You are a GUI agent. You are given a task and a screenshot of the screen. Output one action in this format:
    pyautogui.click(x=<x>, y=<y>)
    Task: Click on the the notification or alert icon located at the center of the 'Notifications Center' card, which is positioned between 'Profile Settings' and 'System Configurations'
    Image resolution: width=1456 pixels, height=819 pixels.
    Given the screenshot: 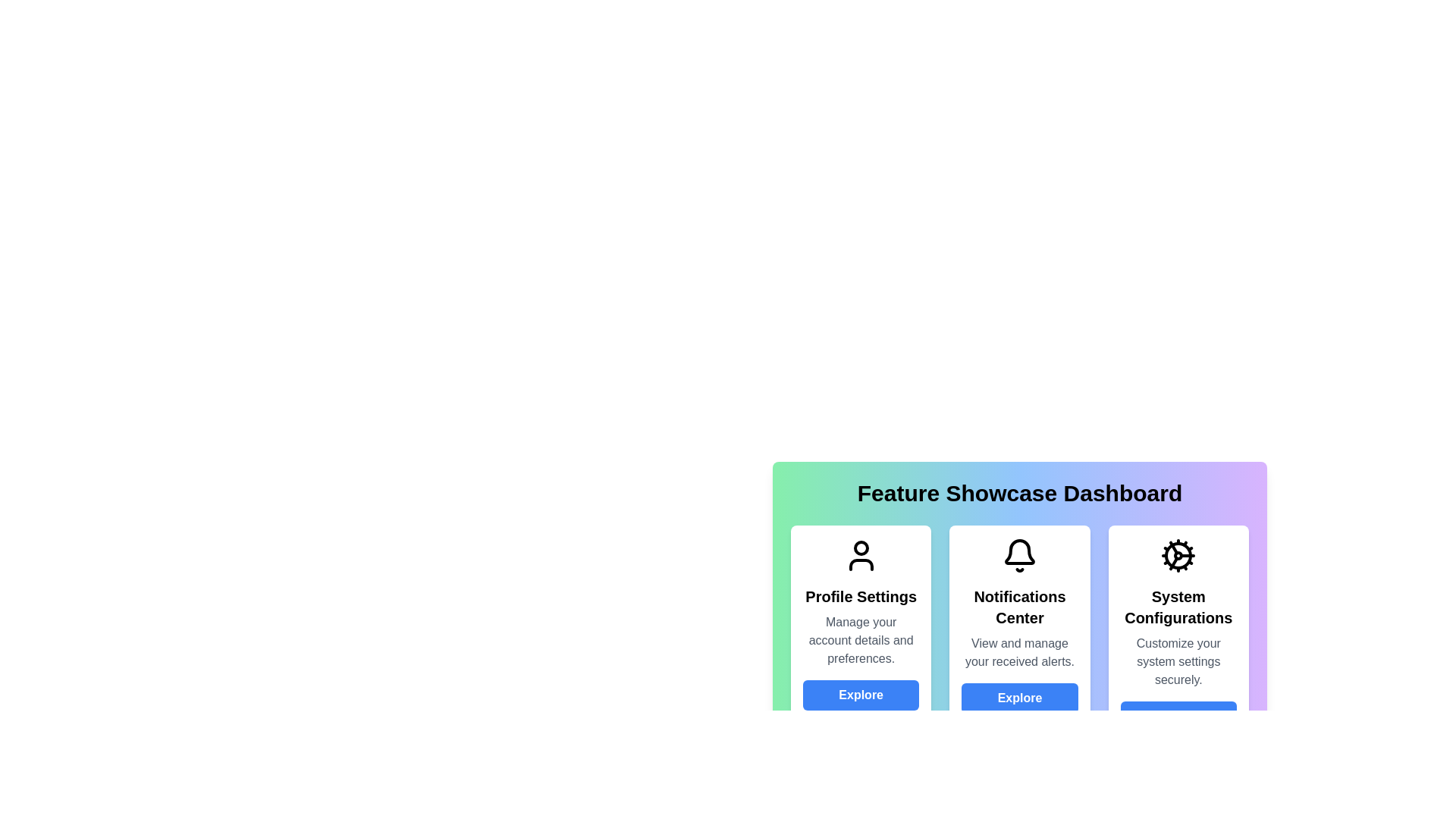 What is the action you would take?
    pyautogui.click(x=1019, y=552)
    